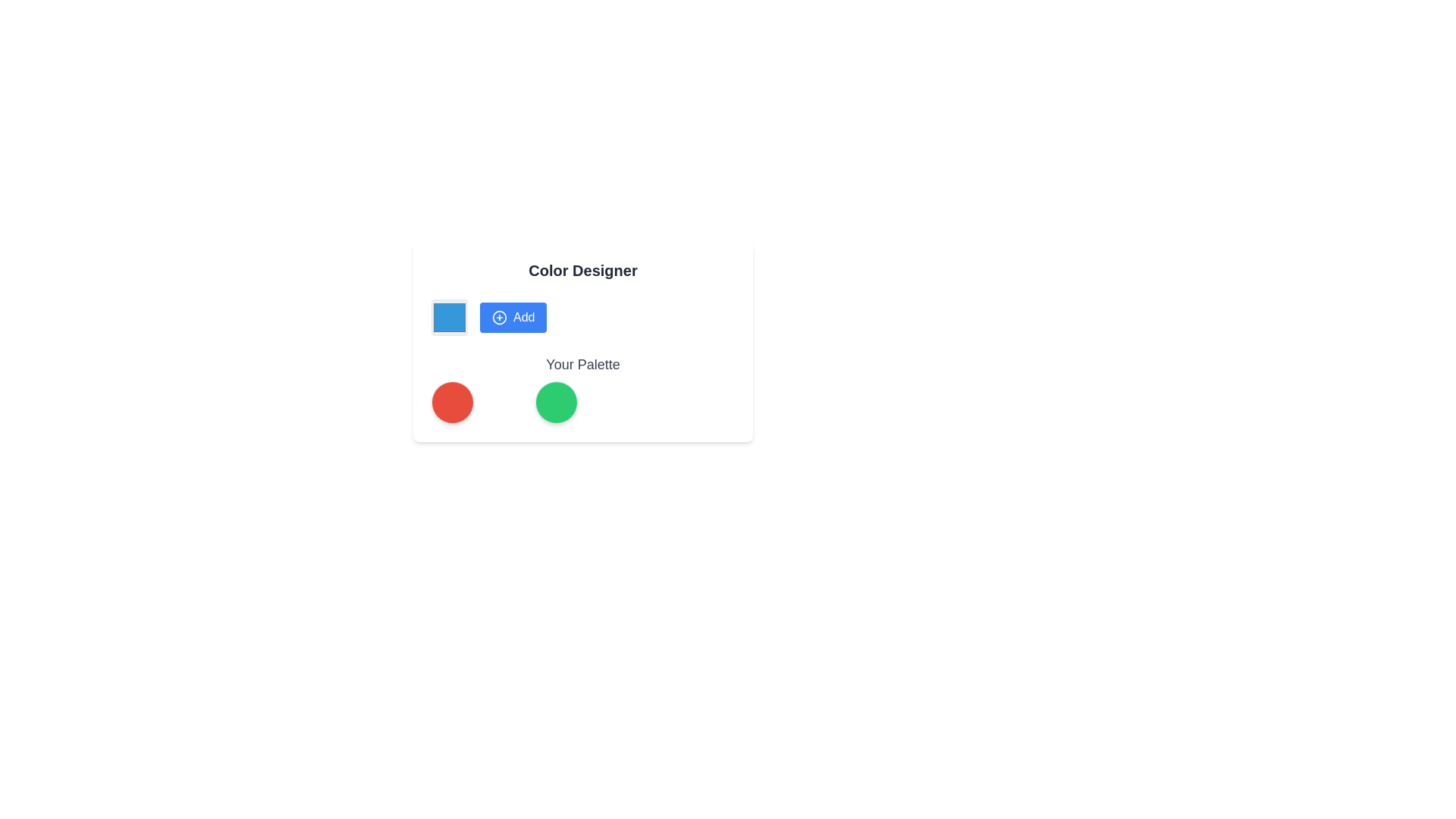 This screenshot has width=1456, height=819. What do you see at coordinates (451, 402) in the screenshot?
I see `the red circular decorative color icon` at bounding box center [451, 402].